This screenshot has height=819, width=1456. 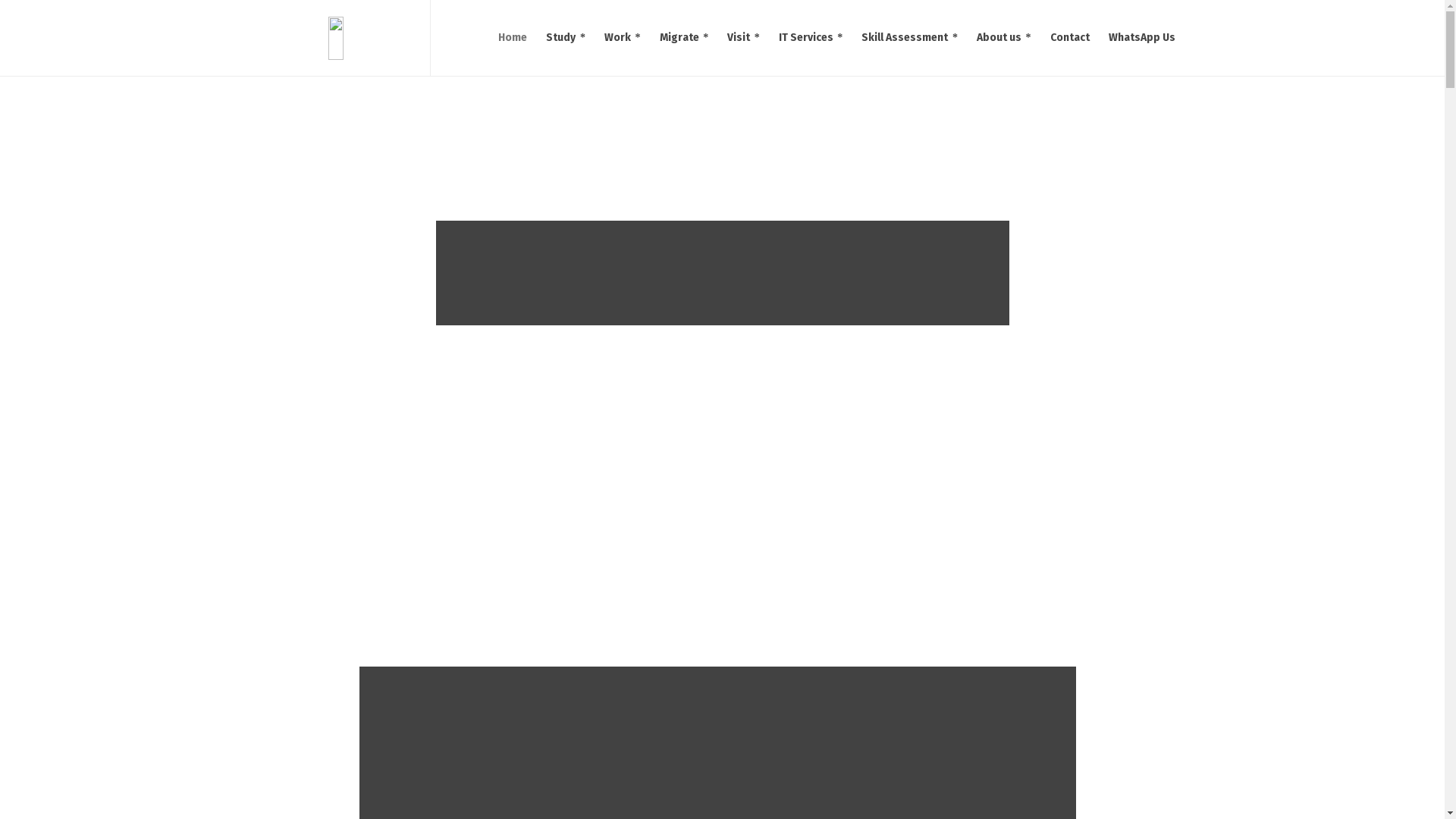 I want to click on 'Study', so click(x=565, y=37).